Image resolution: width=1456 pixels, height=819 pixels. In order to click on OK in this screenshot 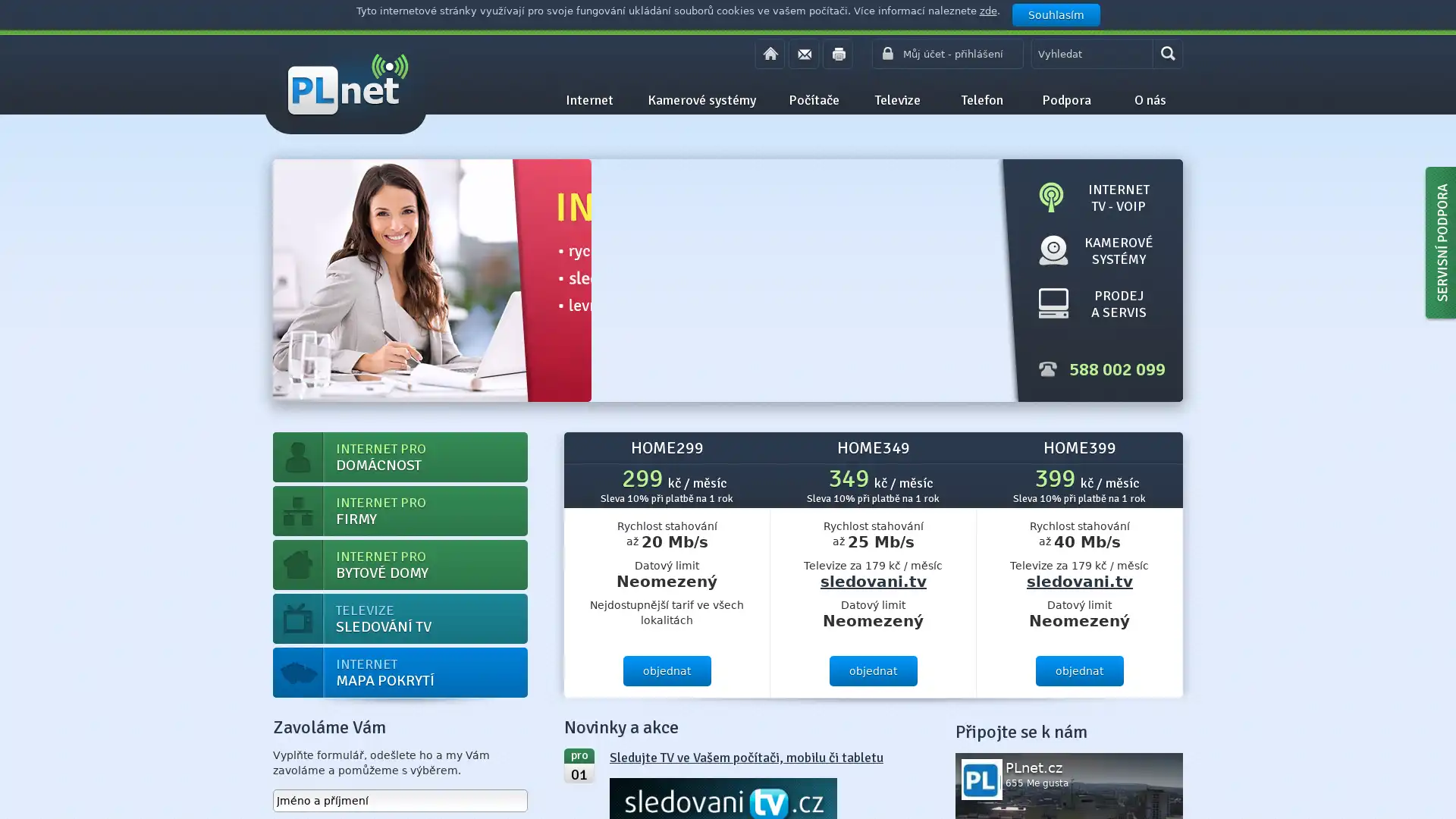, I will do `click(1167, 52)`.